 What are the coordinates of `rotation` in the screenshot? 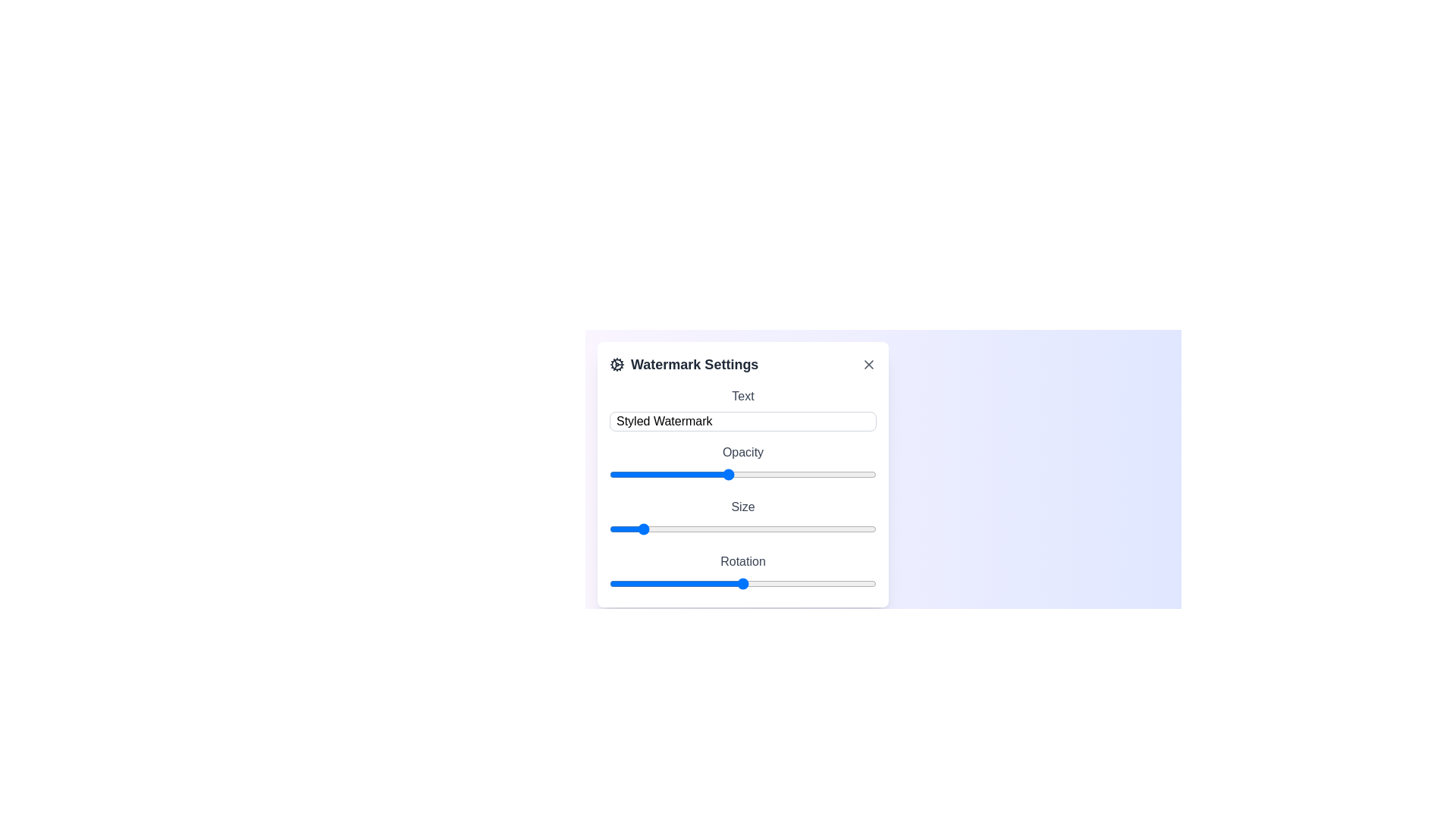 It's located at (731, 583).